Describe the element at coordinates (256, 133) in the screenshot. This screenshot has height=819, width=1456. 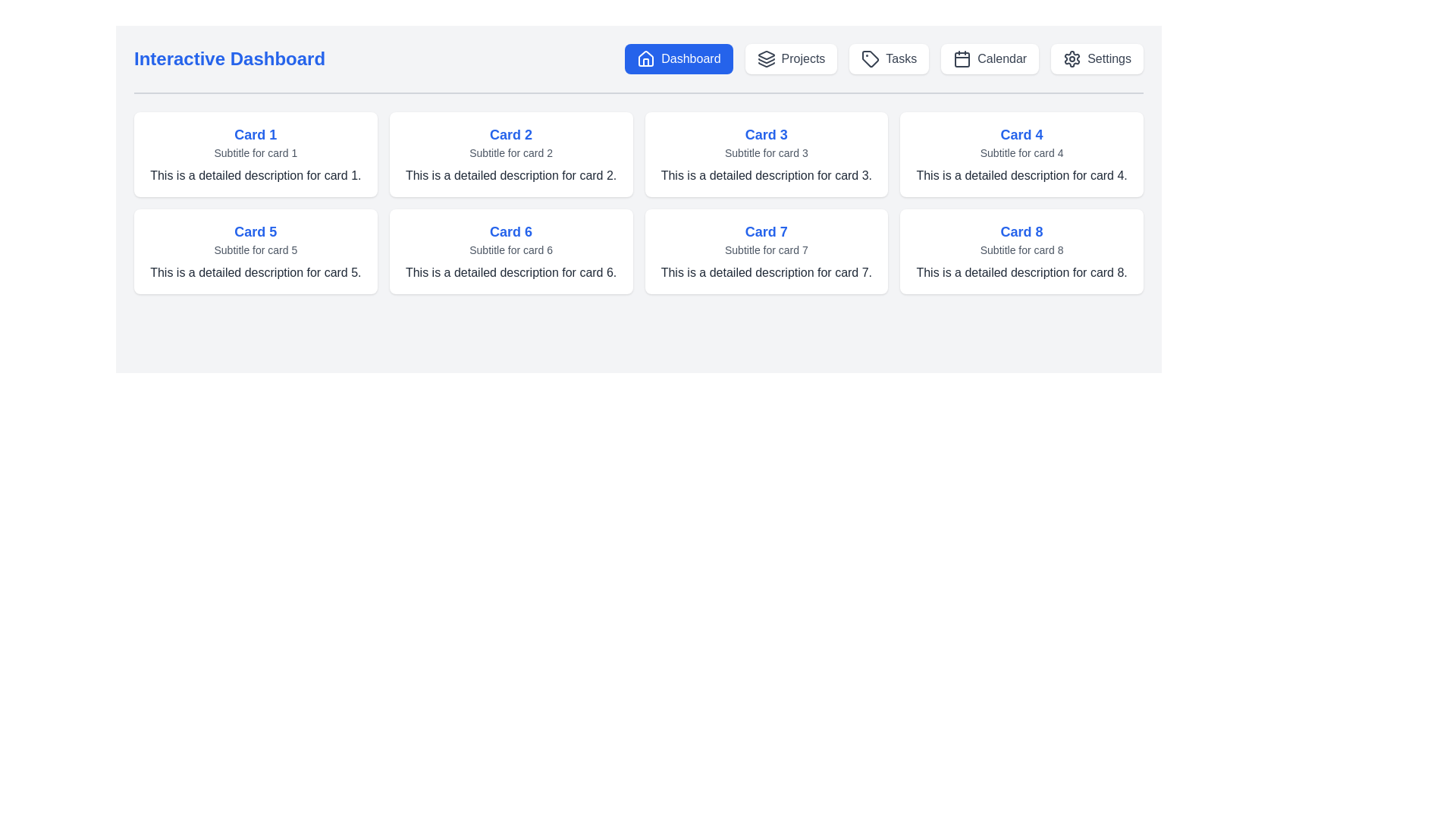
I see `the Text Label that serves as the title or heading for the first card in the grid layout, positioned above the subtitle and description text` at that location.